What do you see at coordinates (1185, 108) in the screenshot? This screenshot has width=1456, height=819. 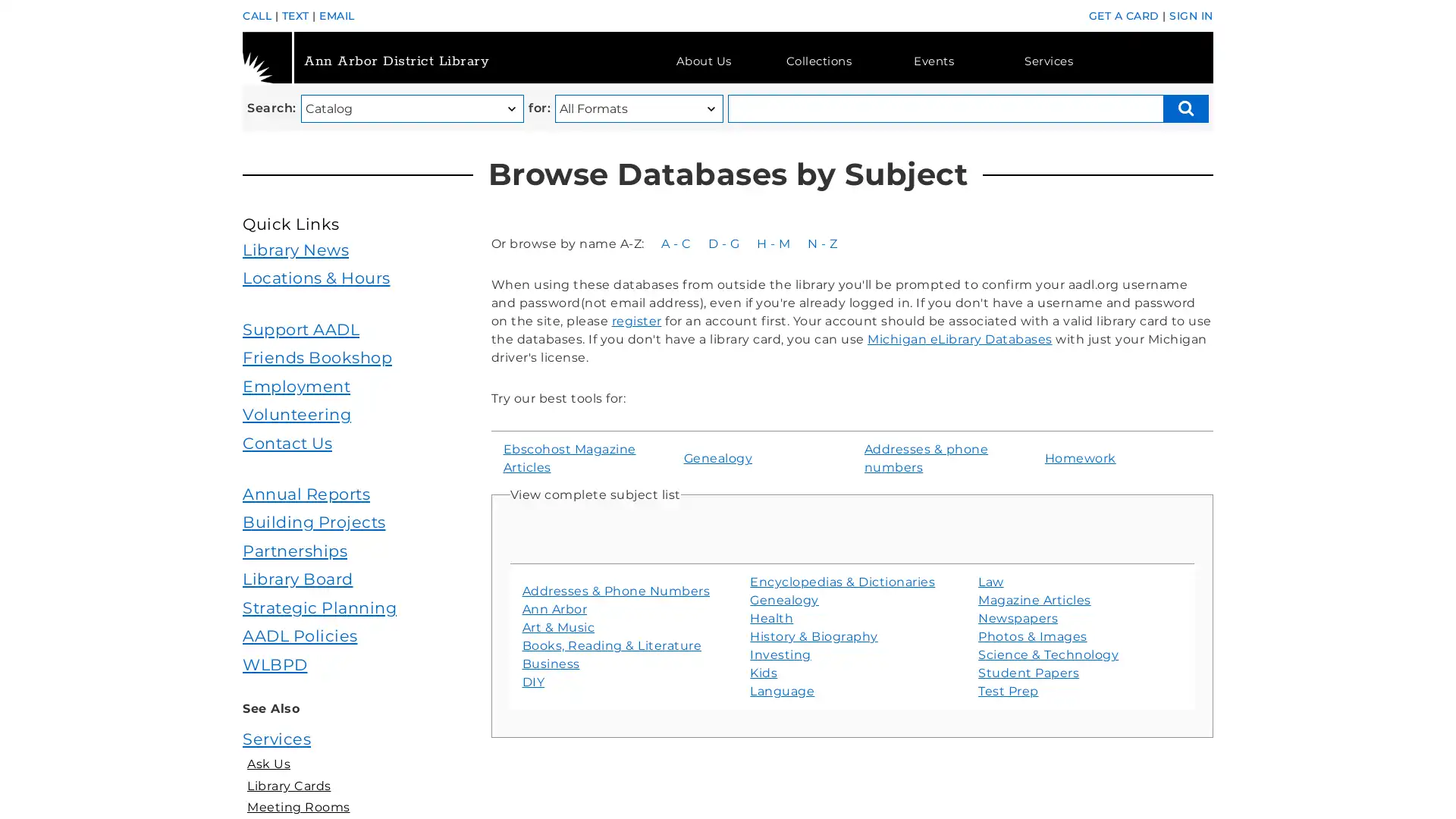 I see `Search submit` at bounding box center [1185, 108].